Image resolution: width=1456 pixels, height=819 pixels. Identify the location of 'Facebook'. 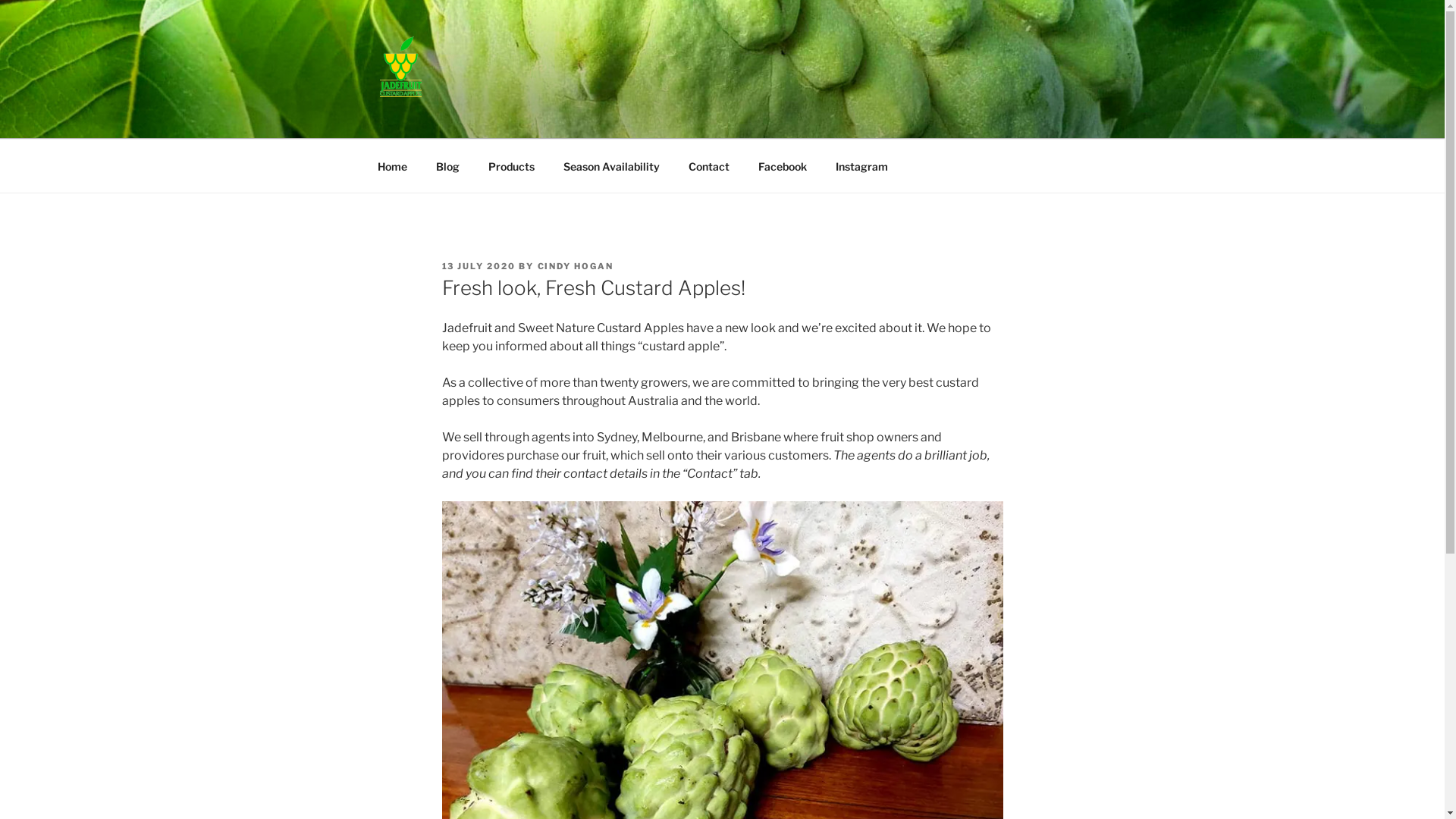
(782, 165).